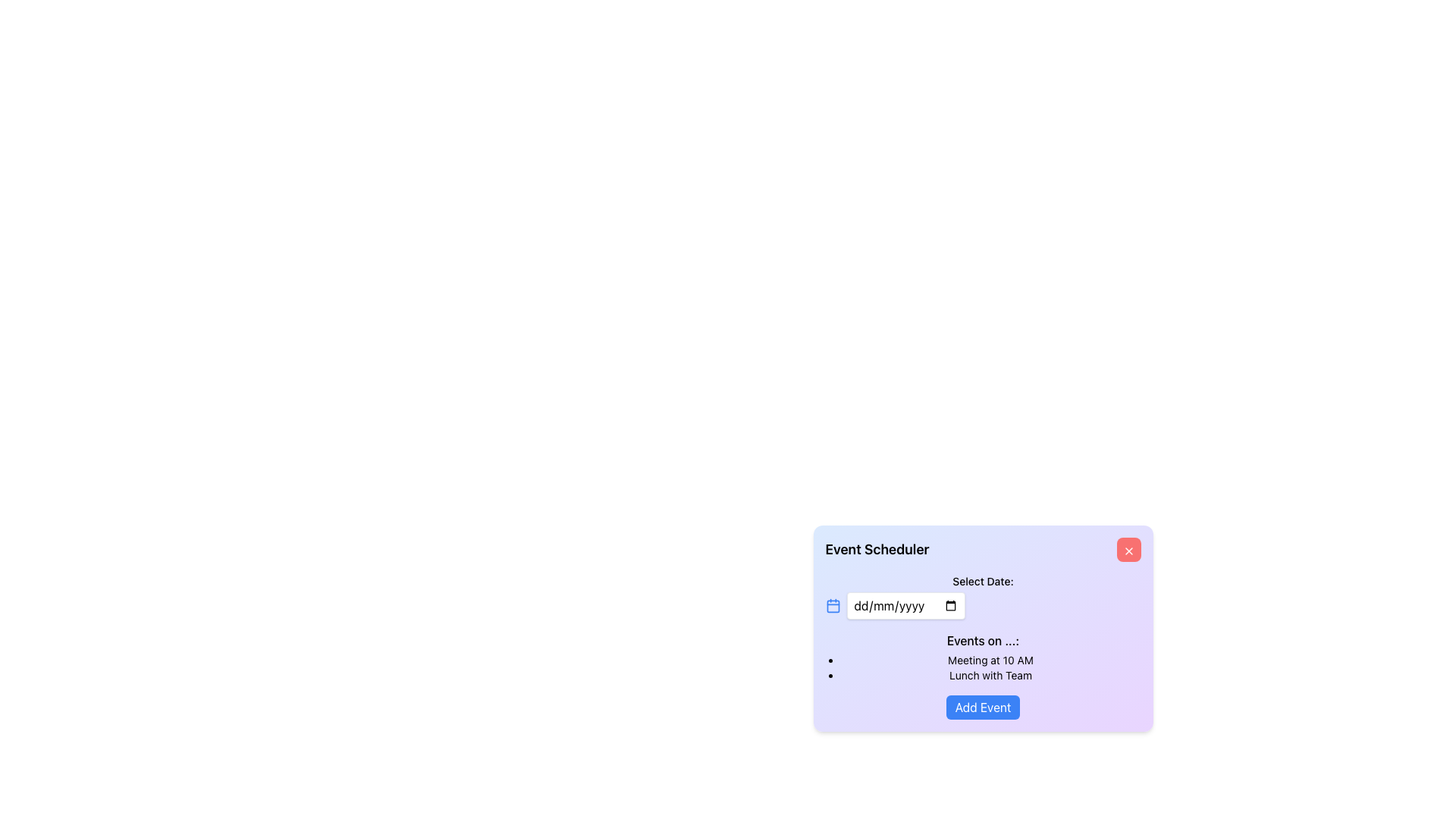 This screenshot has width=1456, height=819. Describe the element at coordinates (832, 604) in the screenshot. I see `the outlined blue calendar icon located on the left side of the horizontal layout group inside the interaction panel` at that location.